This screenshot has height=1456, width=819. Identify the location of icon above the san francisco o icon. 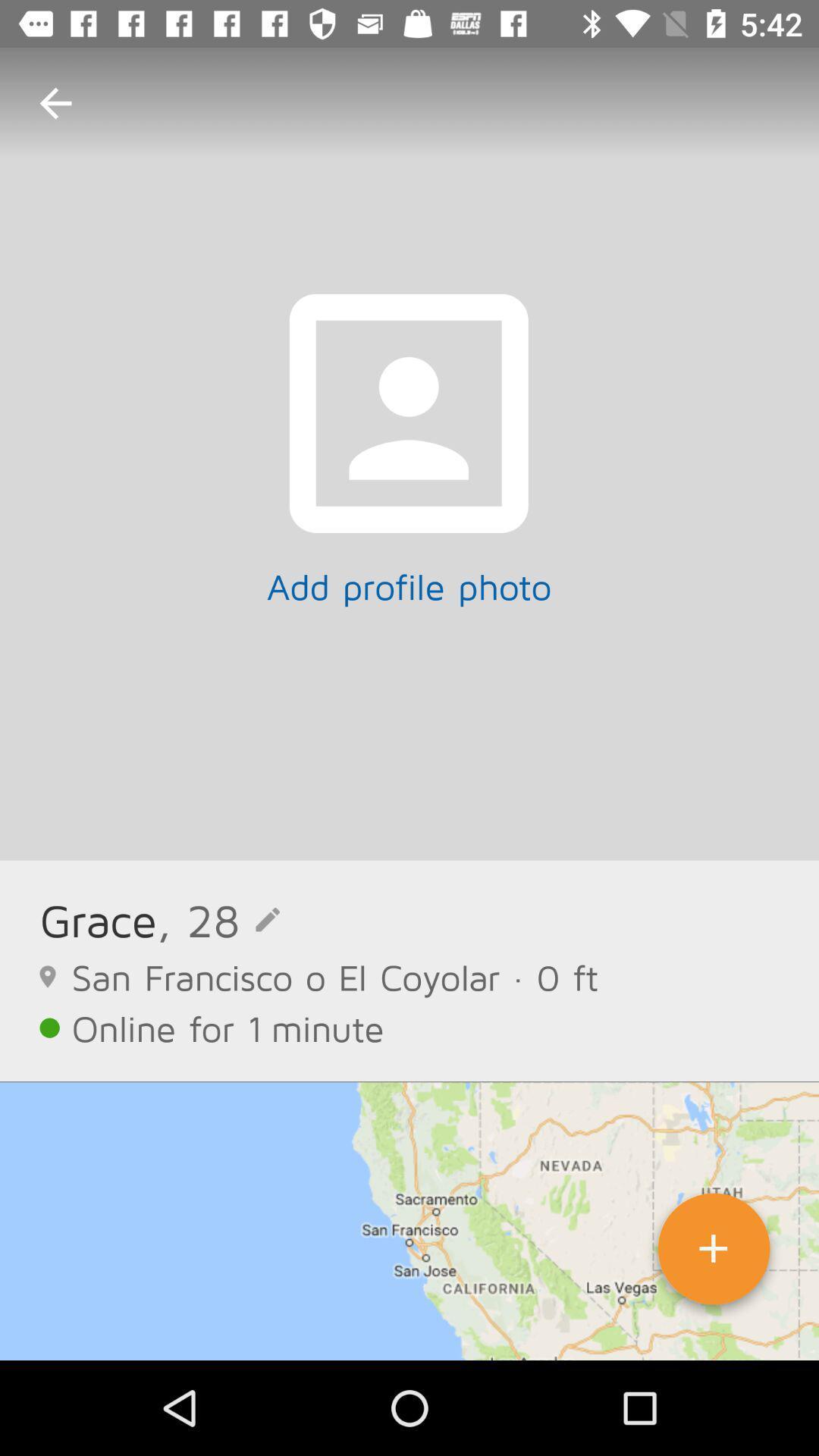
(218, 919).